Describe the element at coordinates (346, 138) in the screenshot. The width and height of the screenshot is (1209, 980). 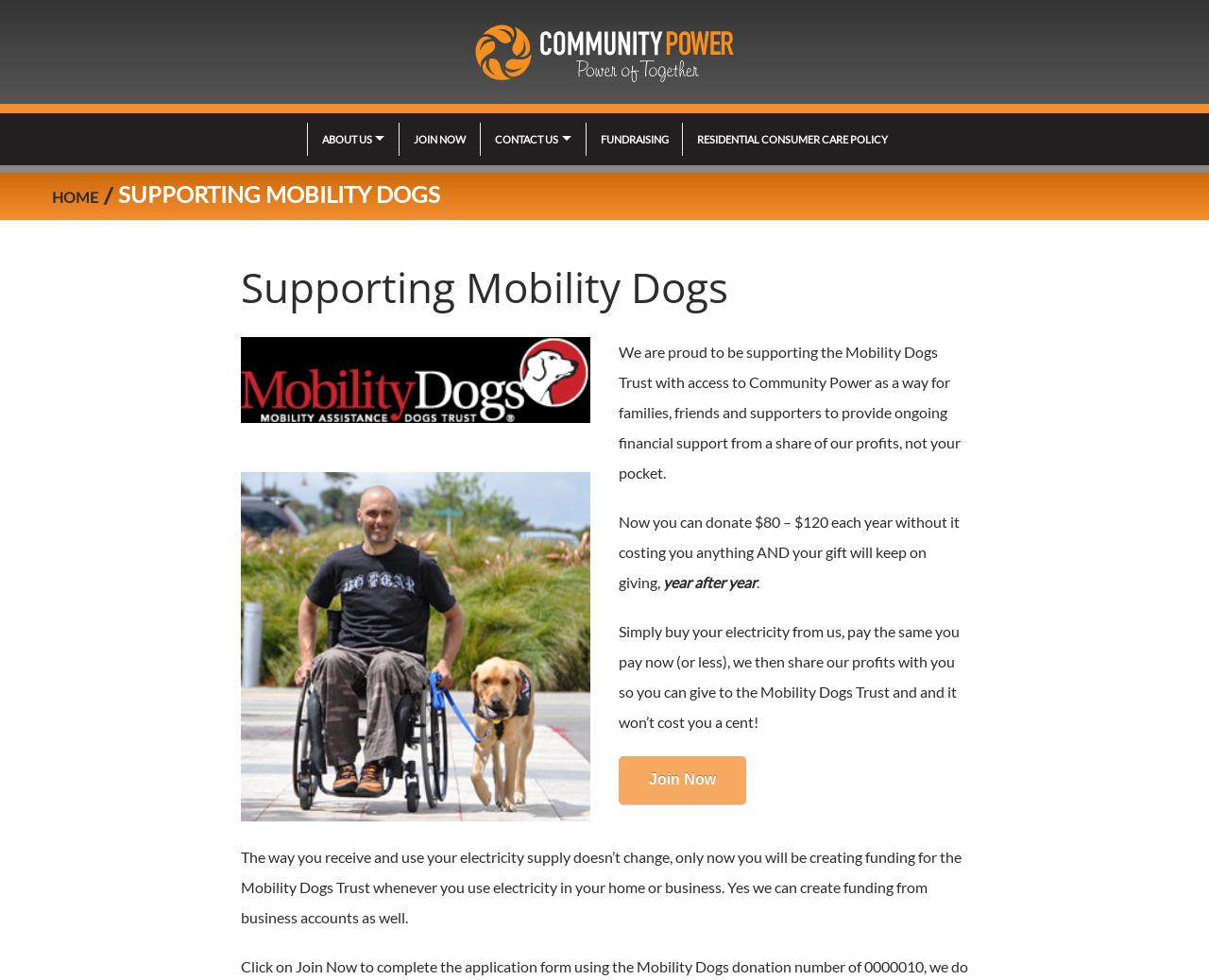
I see `'About Us'` at that location.